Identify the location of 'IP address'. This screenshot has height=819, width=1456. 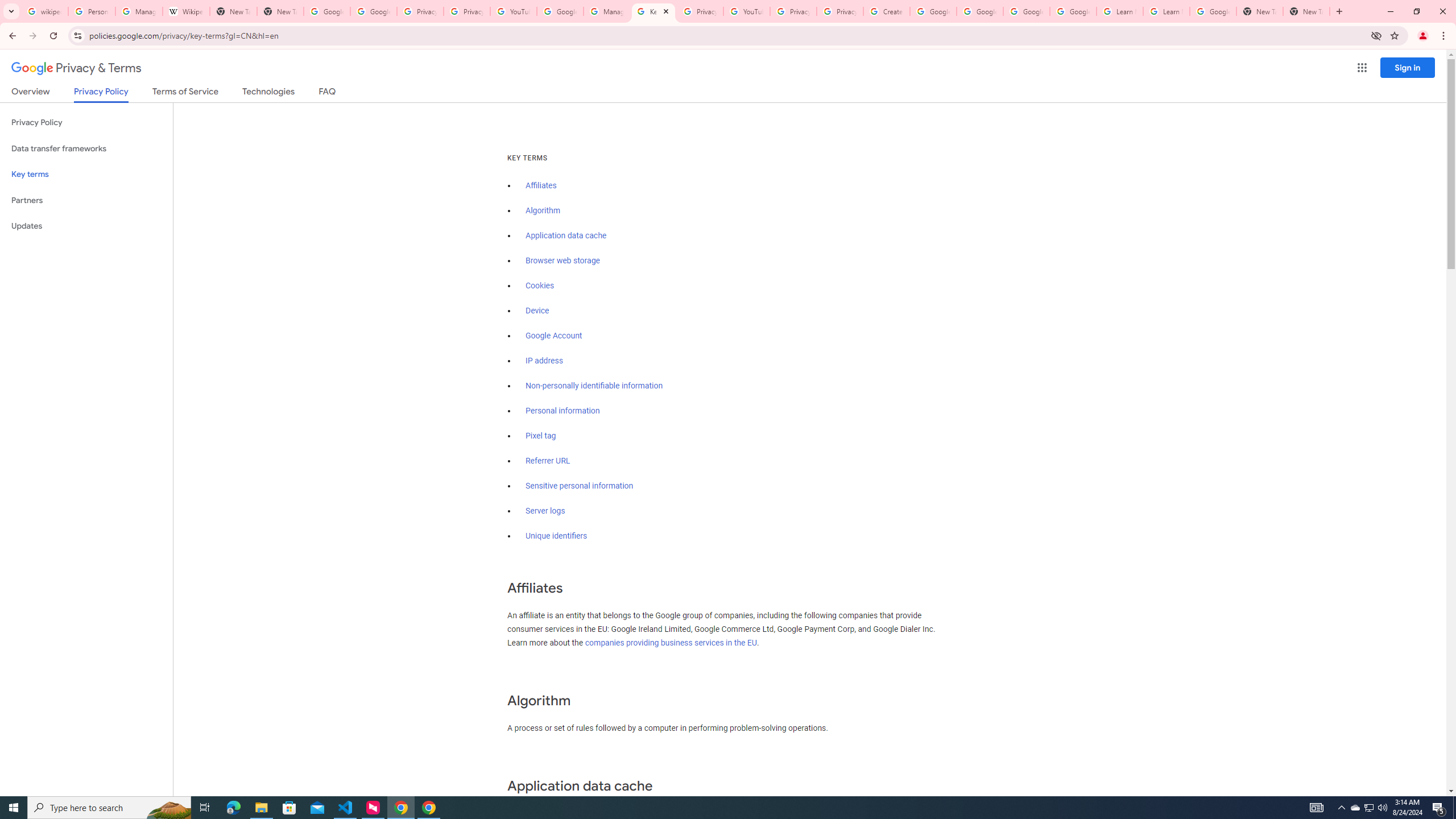
(544, 361).